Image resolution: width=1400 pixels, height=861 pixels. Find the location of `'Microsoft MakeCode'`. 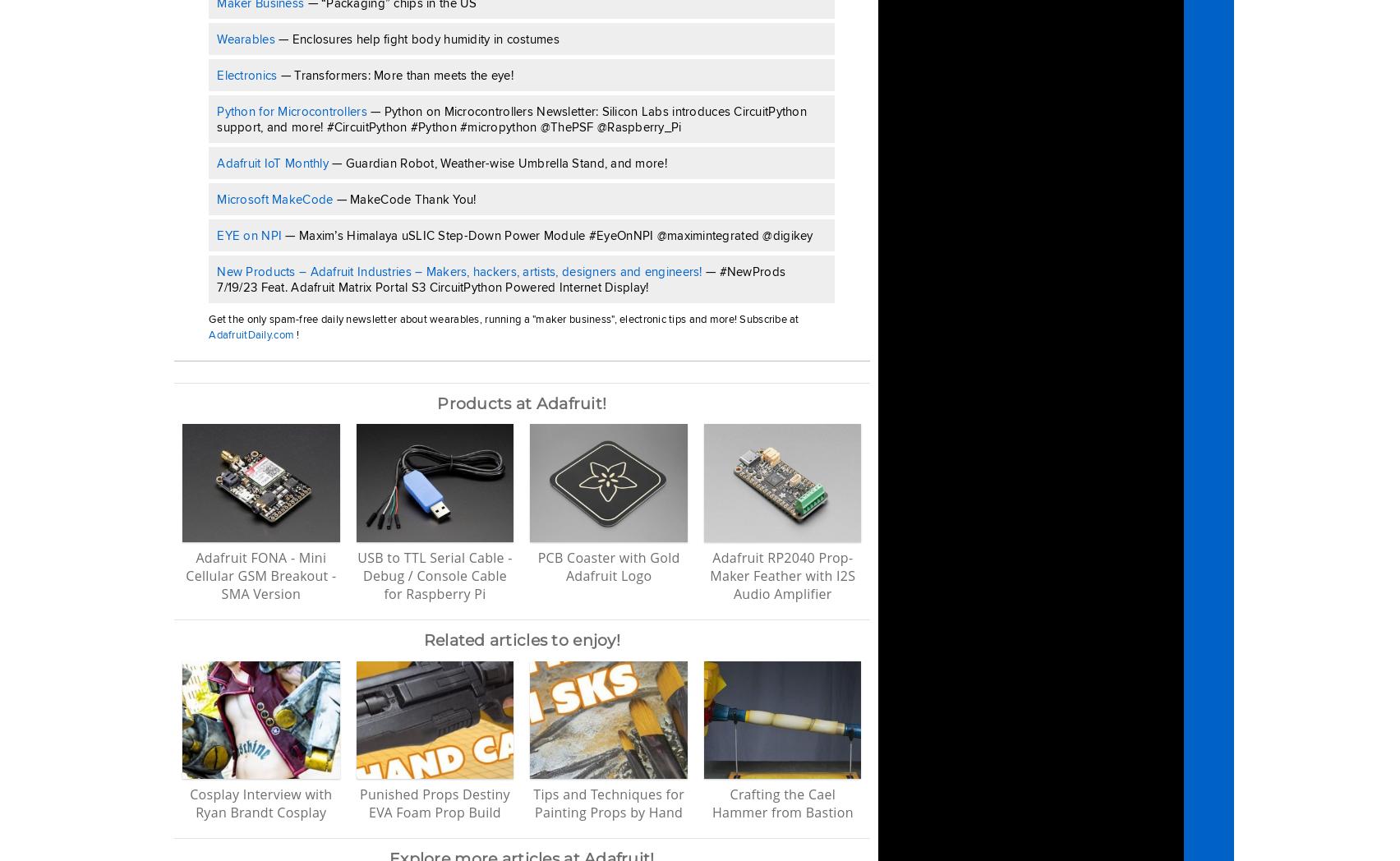

'Microsoft MakeCode' is located at coordinates (274, 199).